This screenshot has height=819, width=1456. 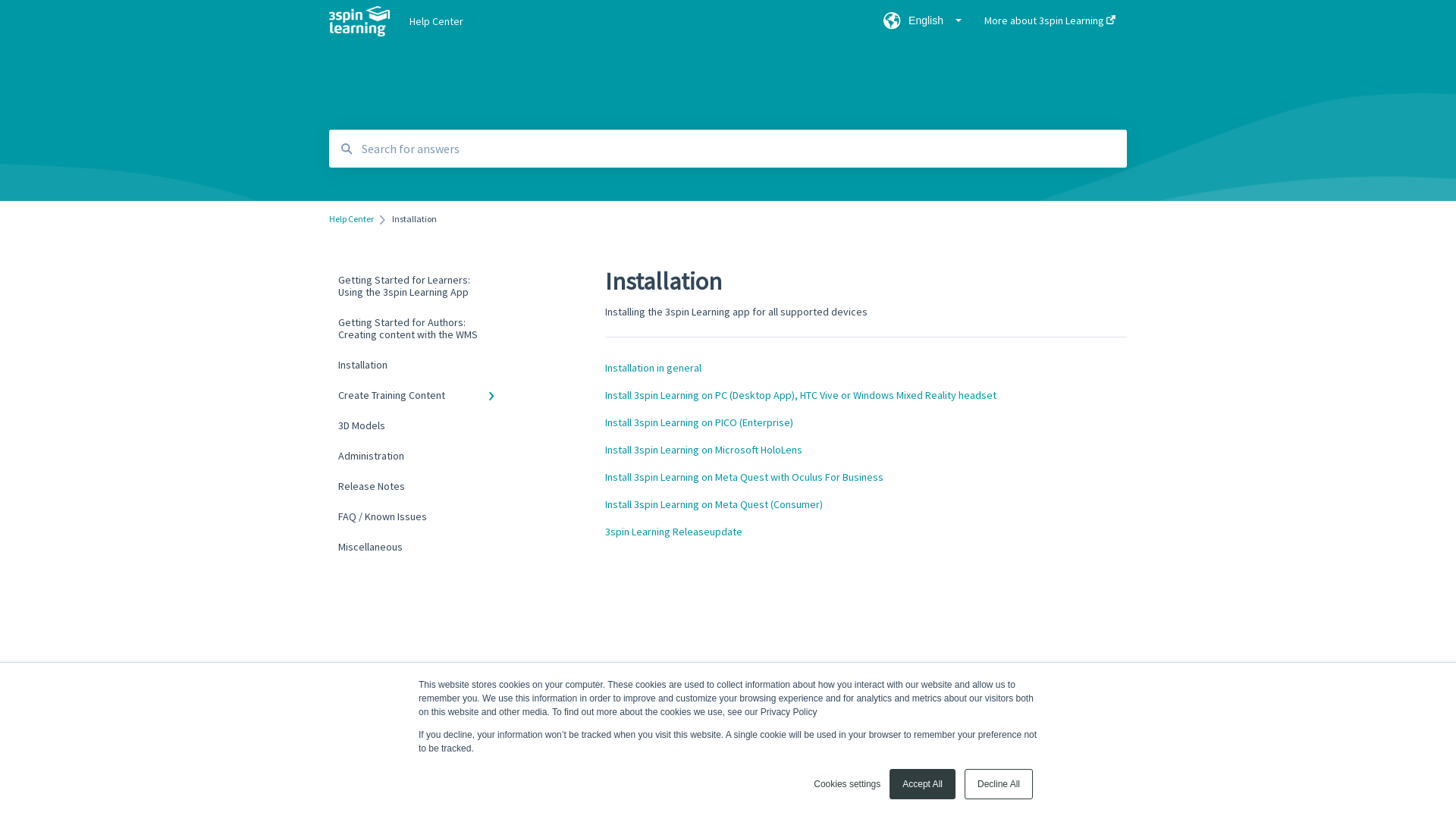 What do you see at coordinates (419, 516) in the screenshot?
I see `'FAQ / Known Issues'` at bounding box center [419, 516].